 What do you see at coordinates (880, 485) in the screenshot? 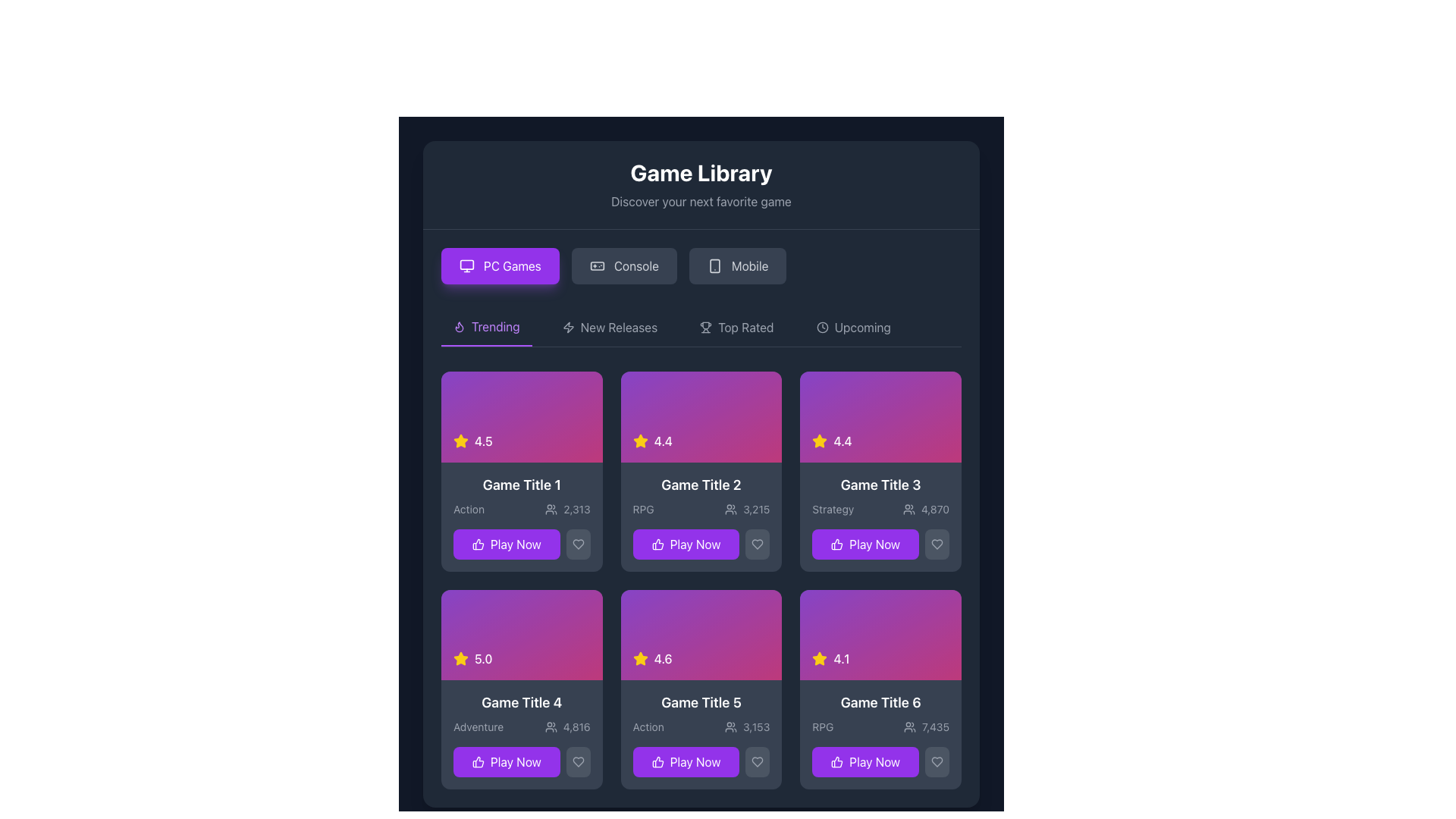
I see `title text label of the game card located in the Trending section, which is the third card in the first row, positioned under the star rating icon` at bounding box center [880, 485].